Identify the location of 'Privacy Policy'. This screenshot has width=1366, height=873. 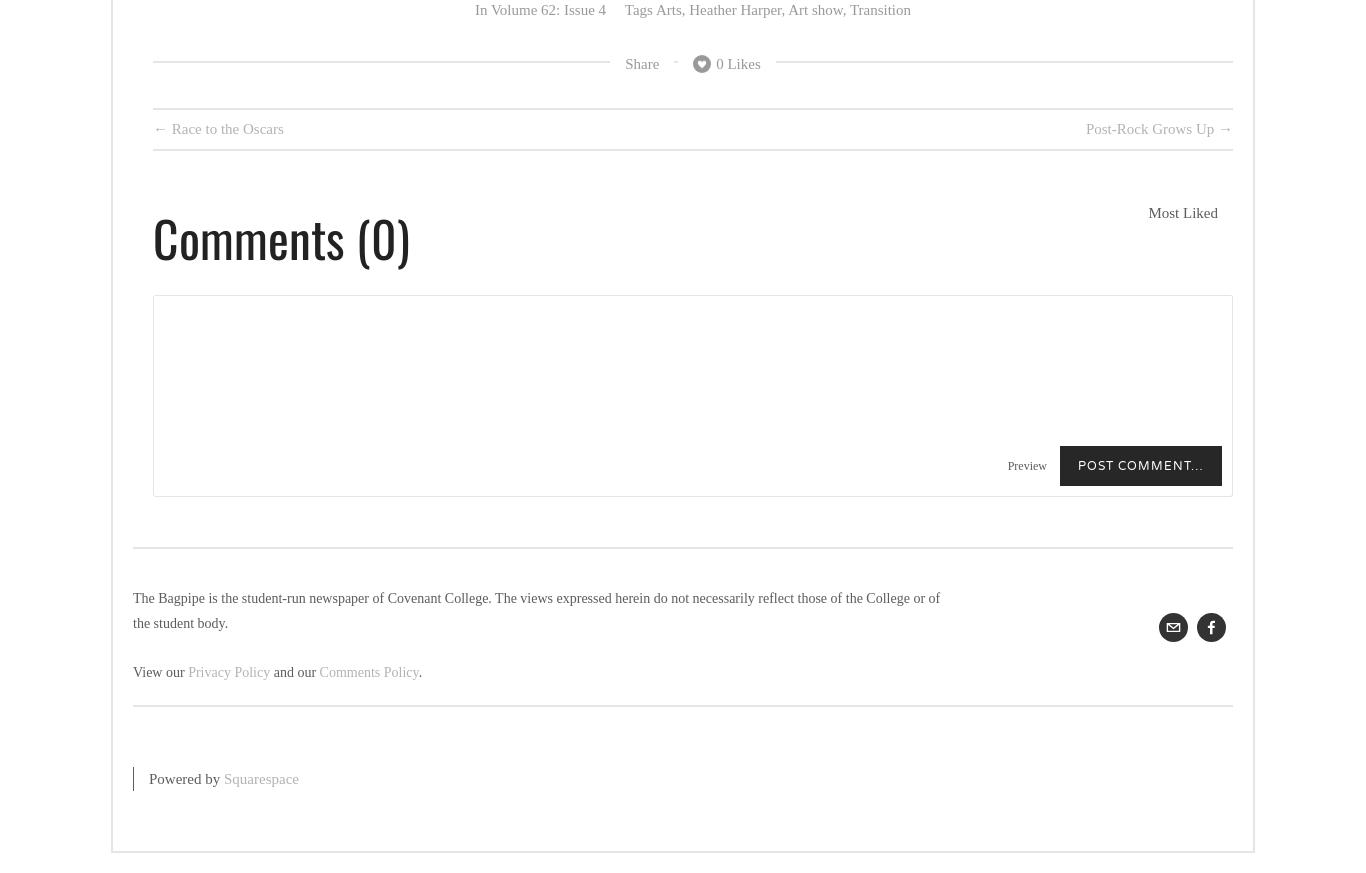
(228, 672).